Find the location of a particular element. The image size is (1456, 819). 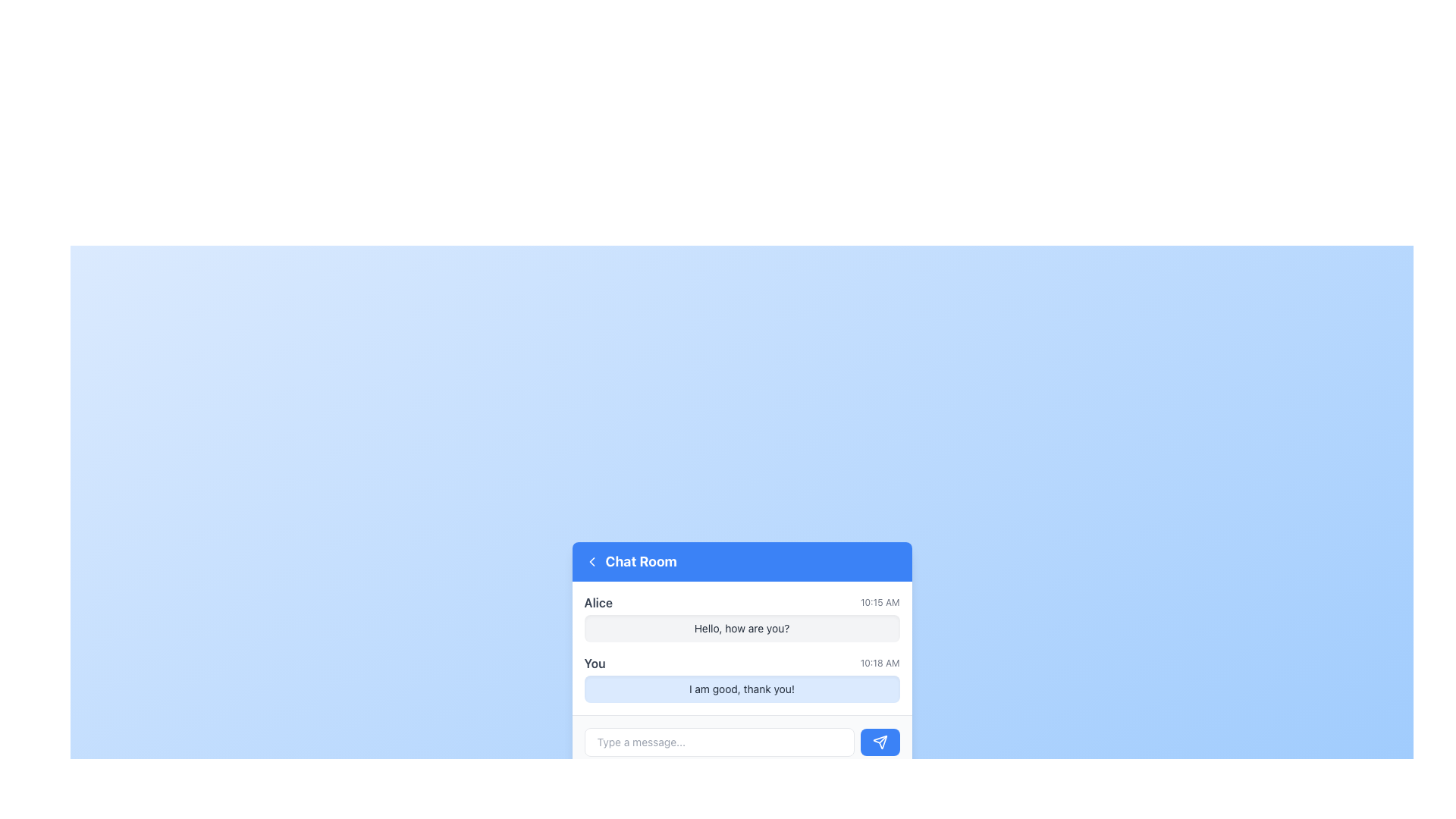

the static text label that serves as the title for the chat application, located in the header bar to the right of the back arrow icon is located at coordinates (641, 561).